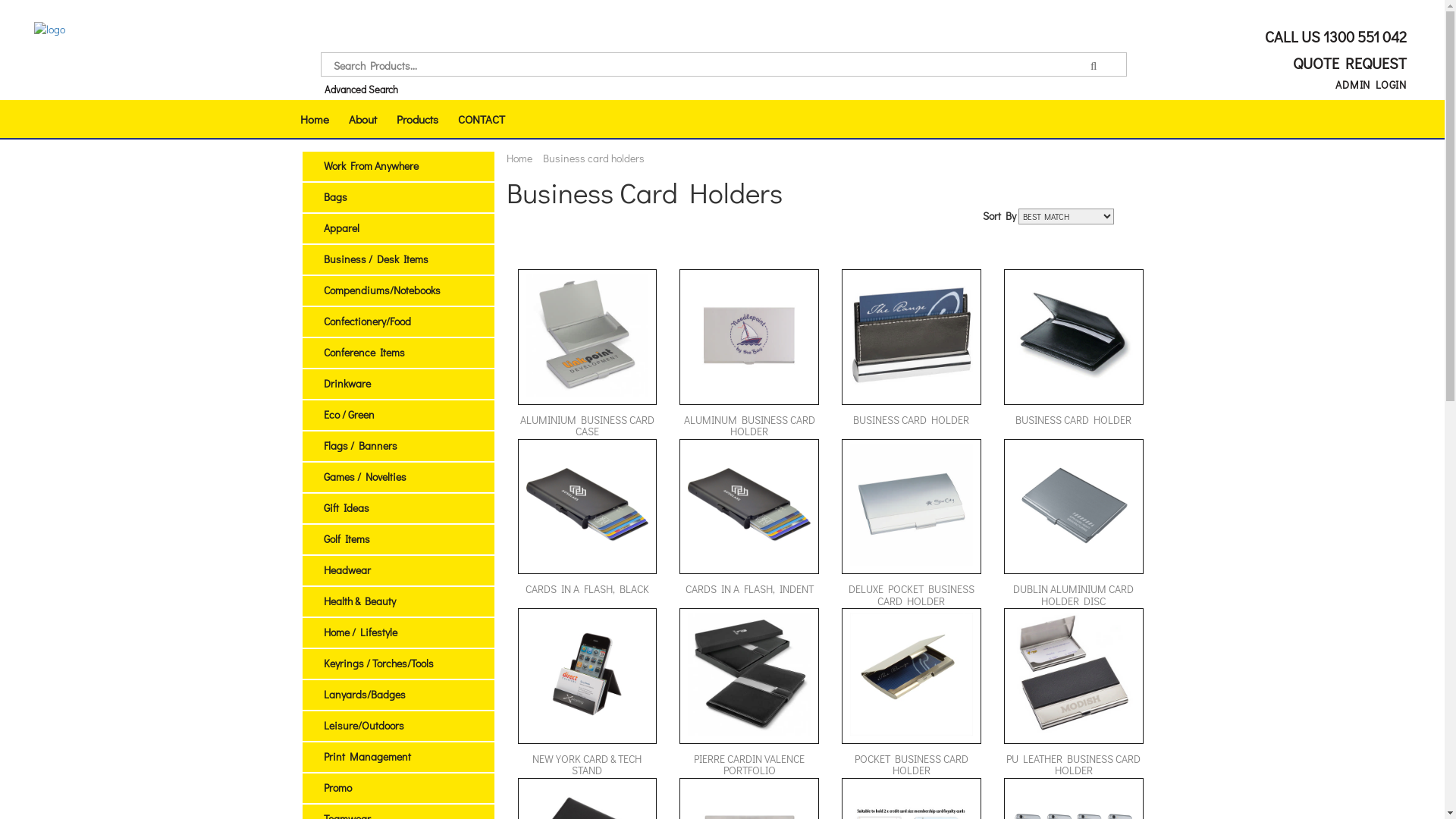 This screenshot has height=819, width=1456. What do you see at coordinates (370, 165) in the screenshot?
I see `'Work From Anywhere'` at bounding box center [370, 165].